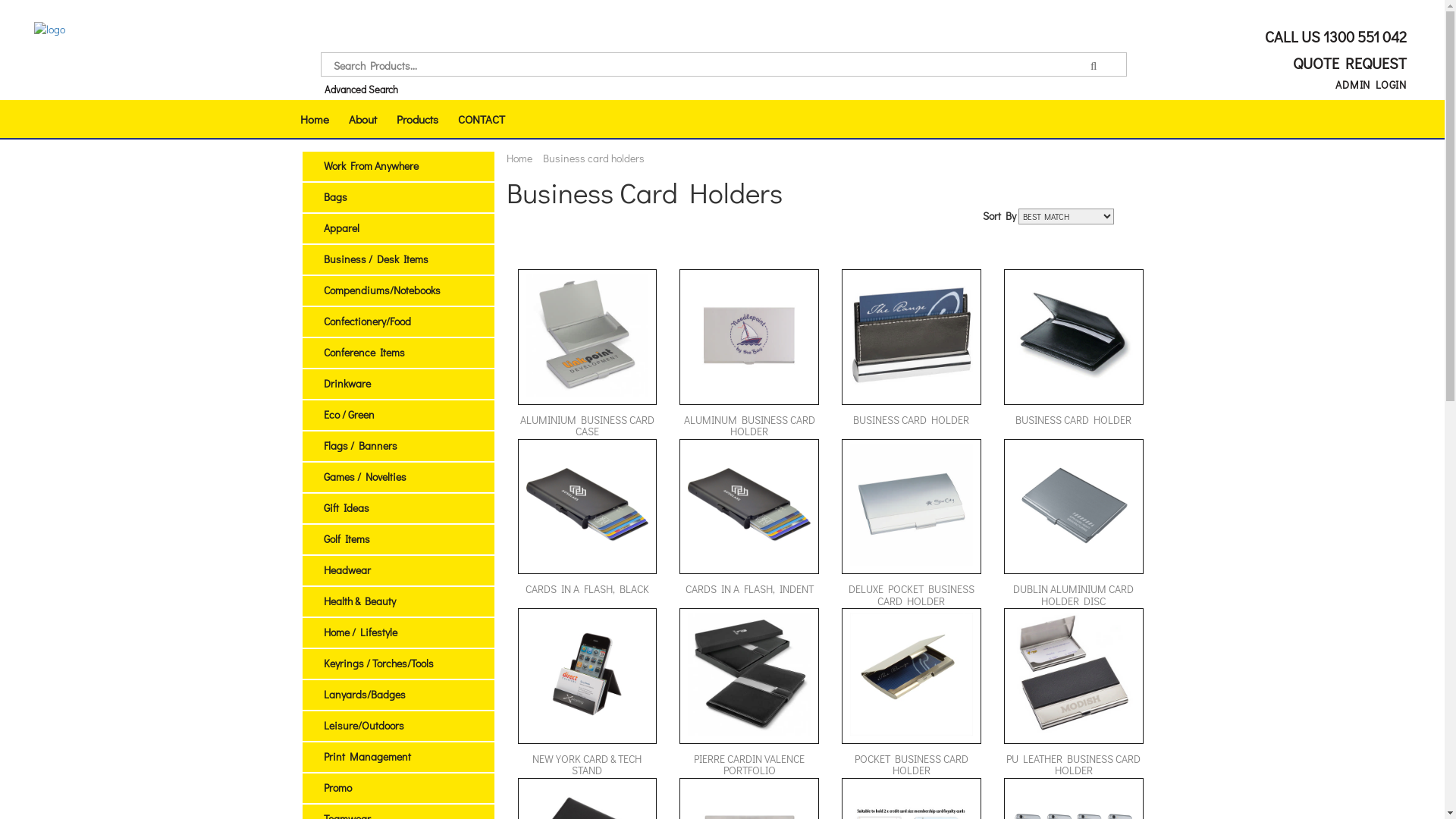 This screenshot has height=819, width=1456. What do you see at coordinates (370, 165) in the screenshot?
I see `'Work From Anywhere'` at bounding box center [370, 165].